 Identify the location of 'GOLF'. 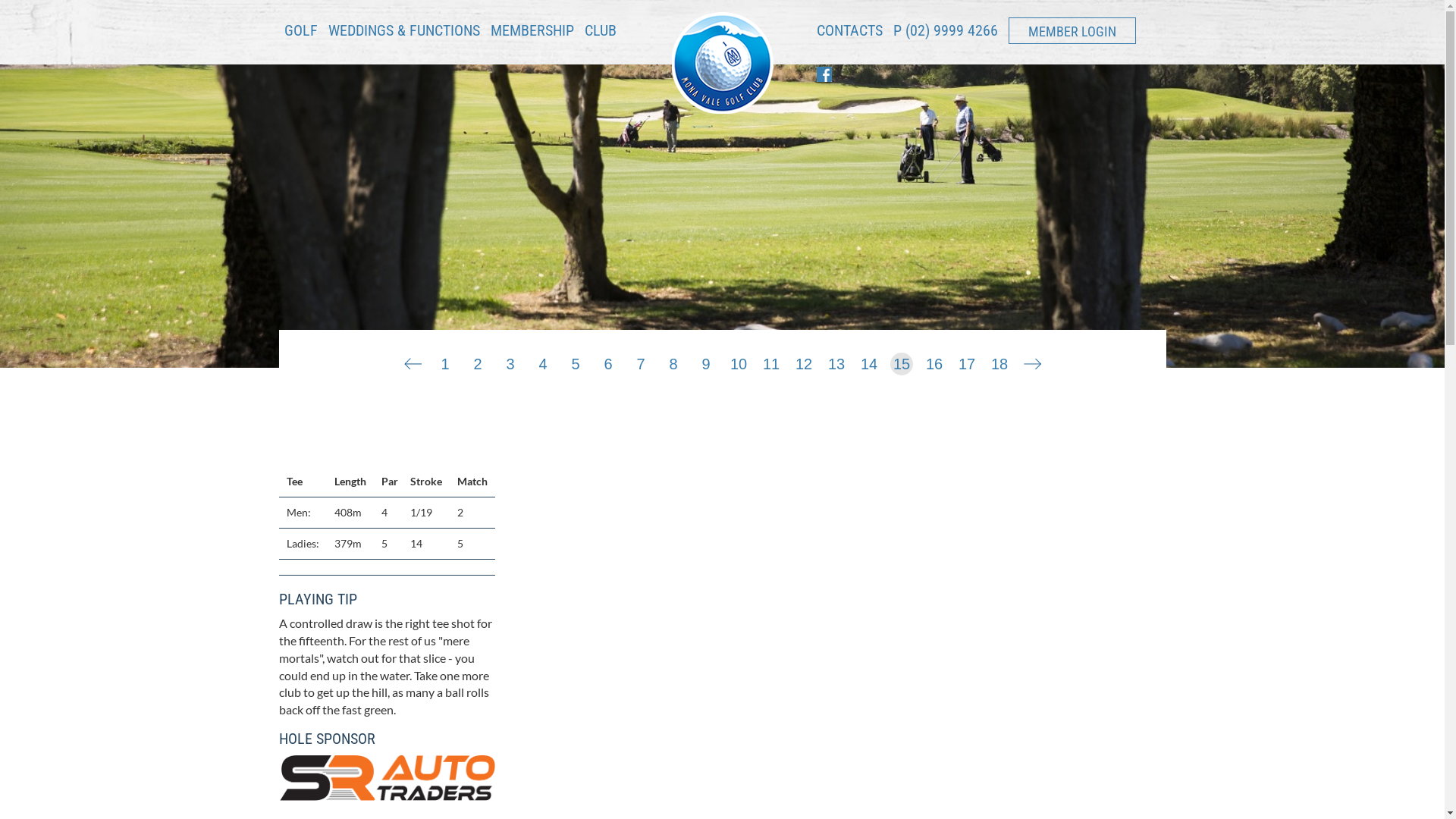
(300, 35).